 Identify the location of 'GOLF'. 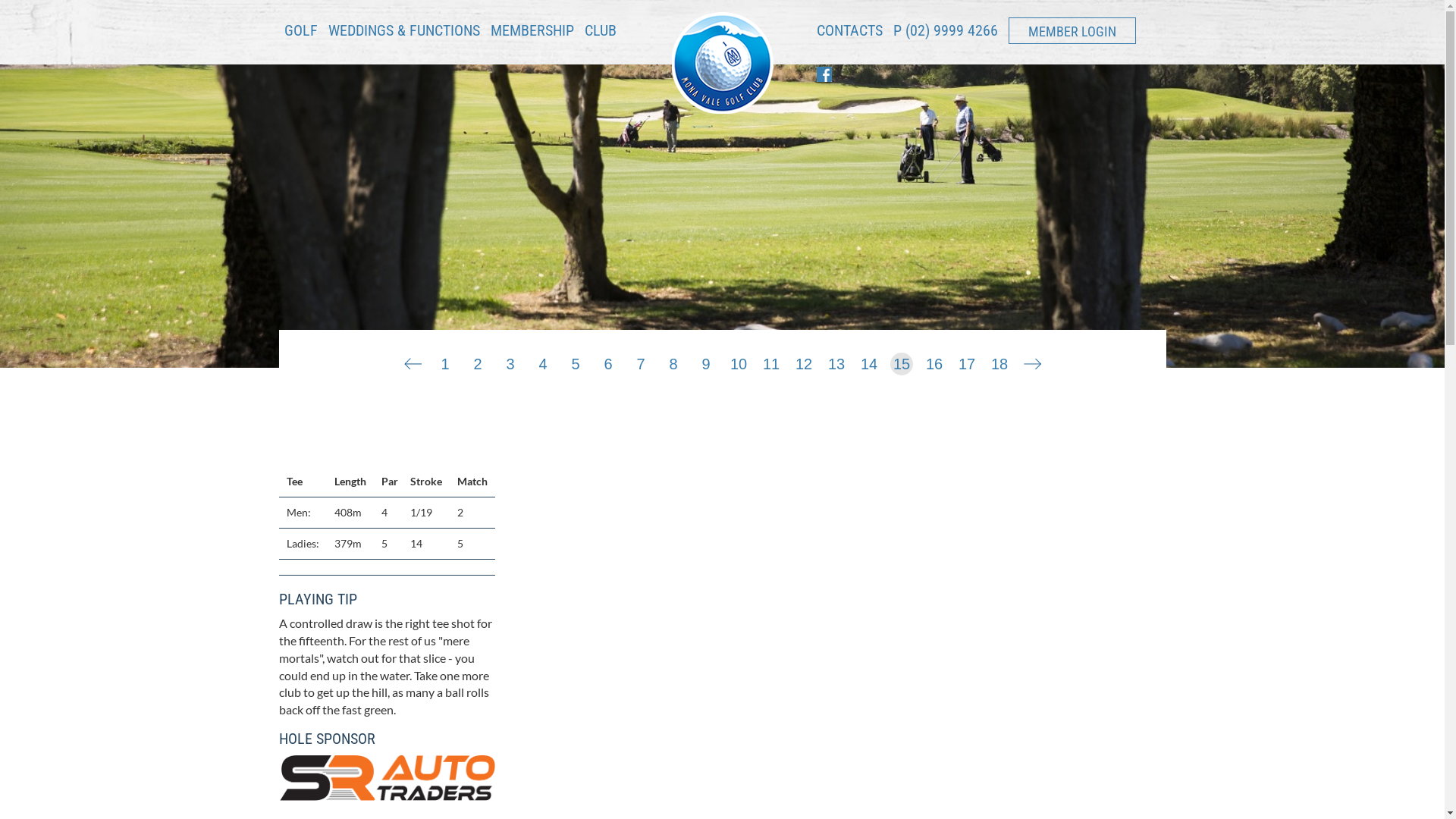
(300, 35).